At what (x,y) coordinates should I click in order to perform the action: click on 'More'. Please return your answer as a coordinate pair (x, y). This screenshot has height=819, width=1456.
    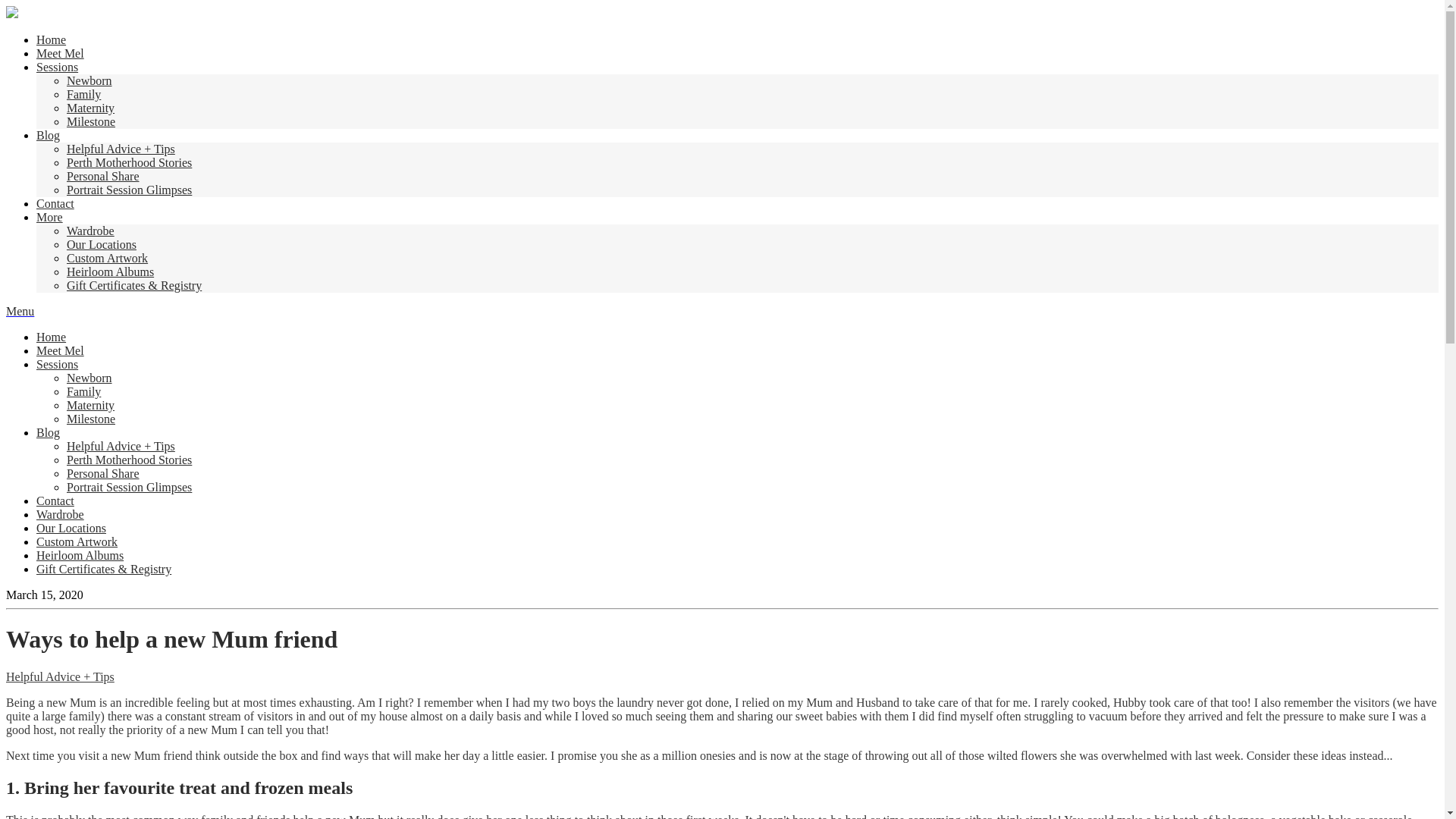
    Looking at the image, I should click on (49, 217).